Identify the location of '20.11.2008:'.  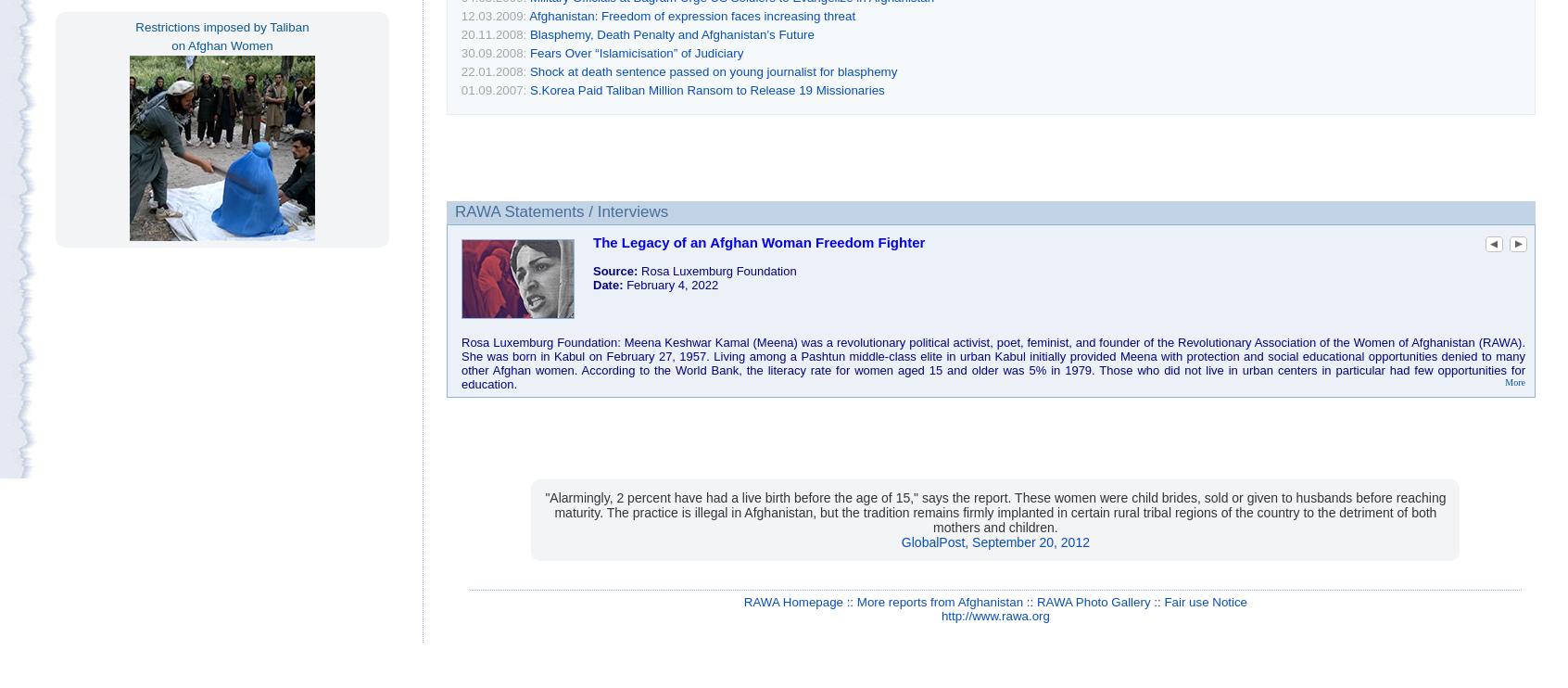
(494, 33).